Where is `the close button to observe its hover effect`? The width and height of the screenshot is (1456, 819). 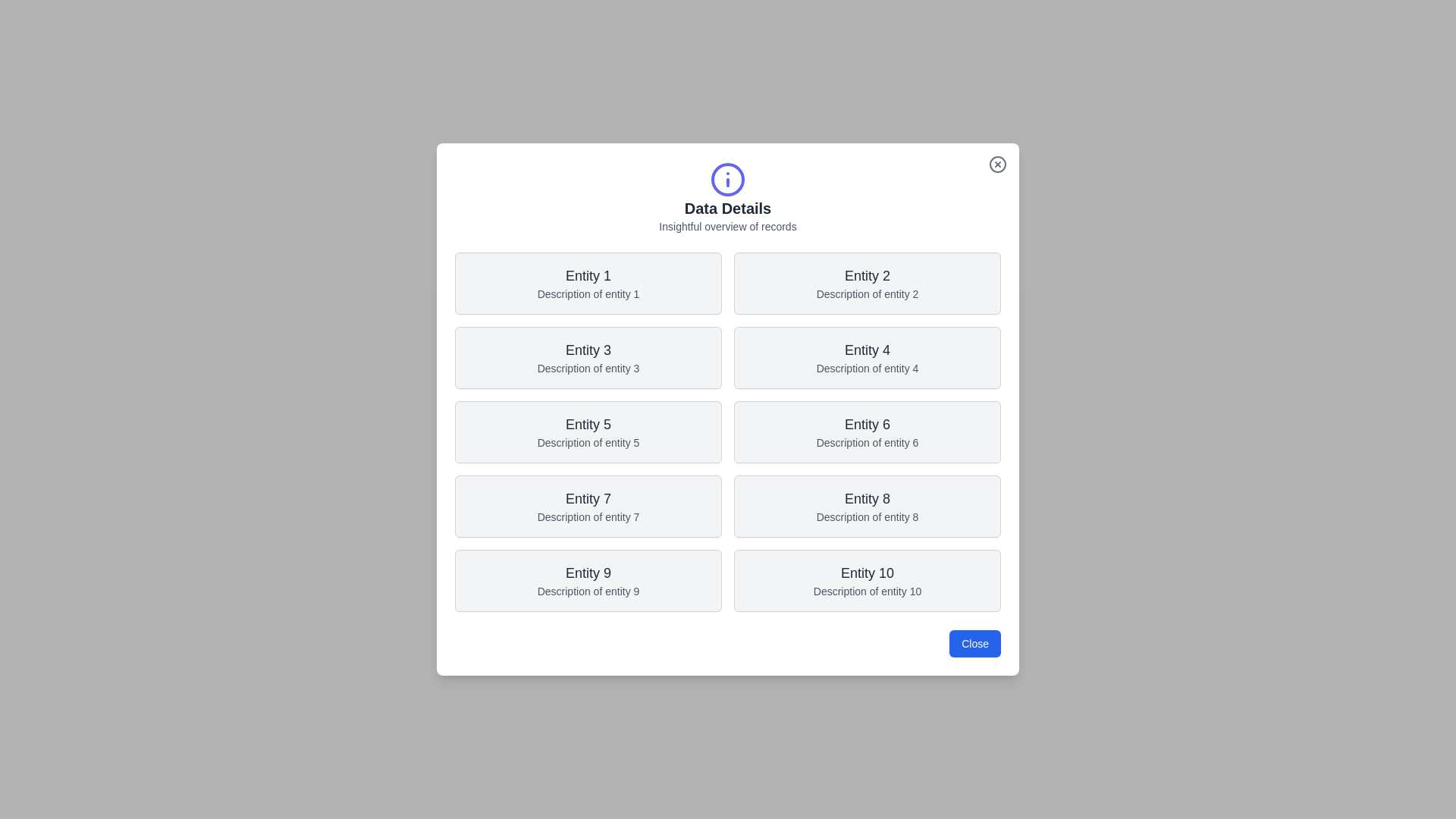
the close button to observe its hover effect is located at coordinates (997, 164).